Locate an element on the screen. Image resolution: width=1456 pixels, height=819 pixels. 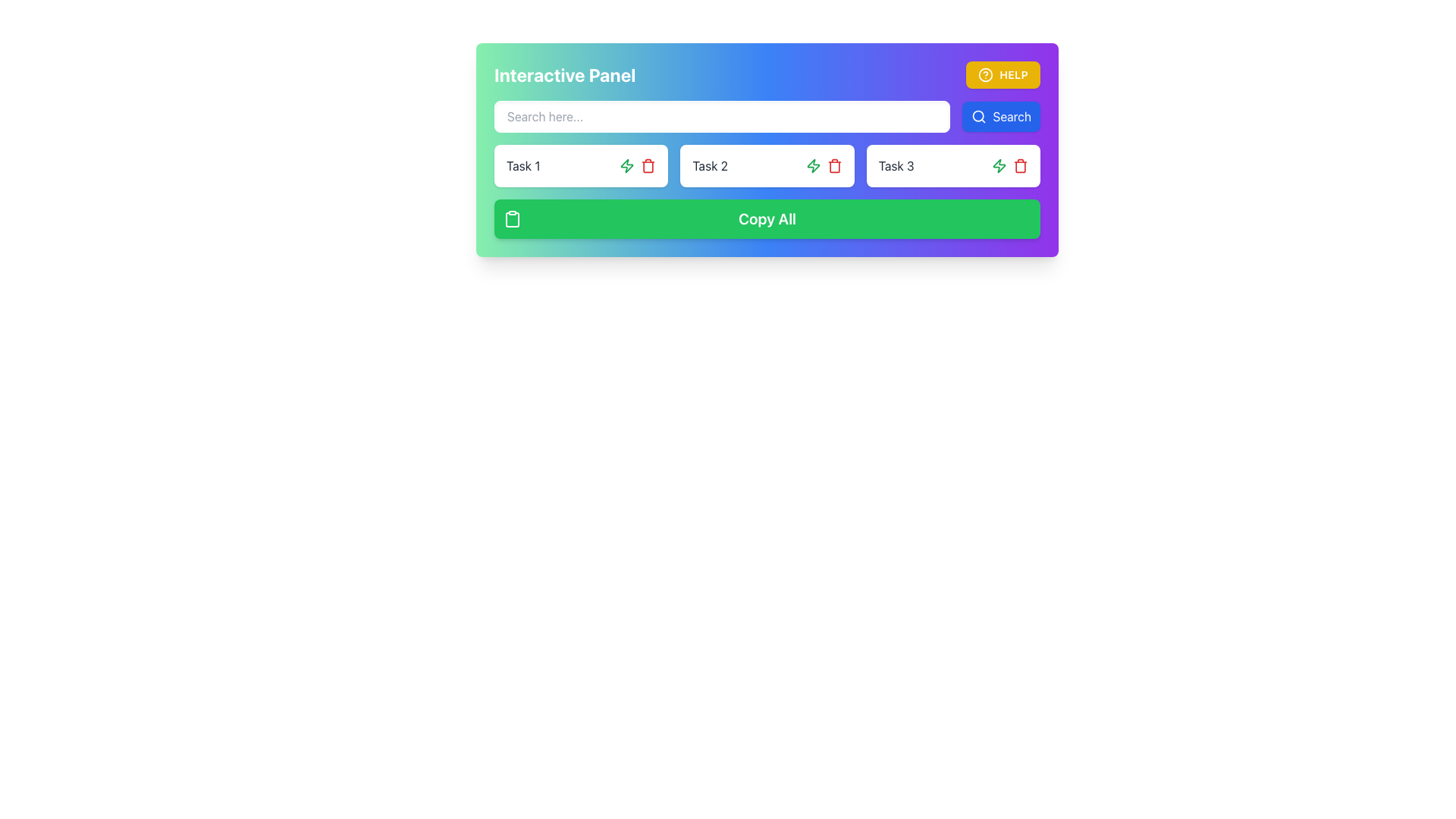
the 'Help' button icon located in the upper-right section of the interface is located at coordinates (986, 75).